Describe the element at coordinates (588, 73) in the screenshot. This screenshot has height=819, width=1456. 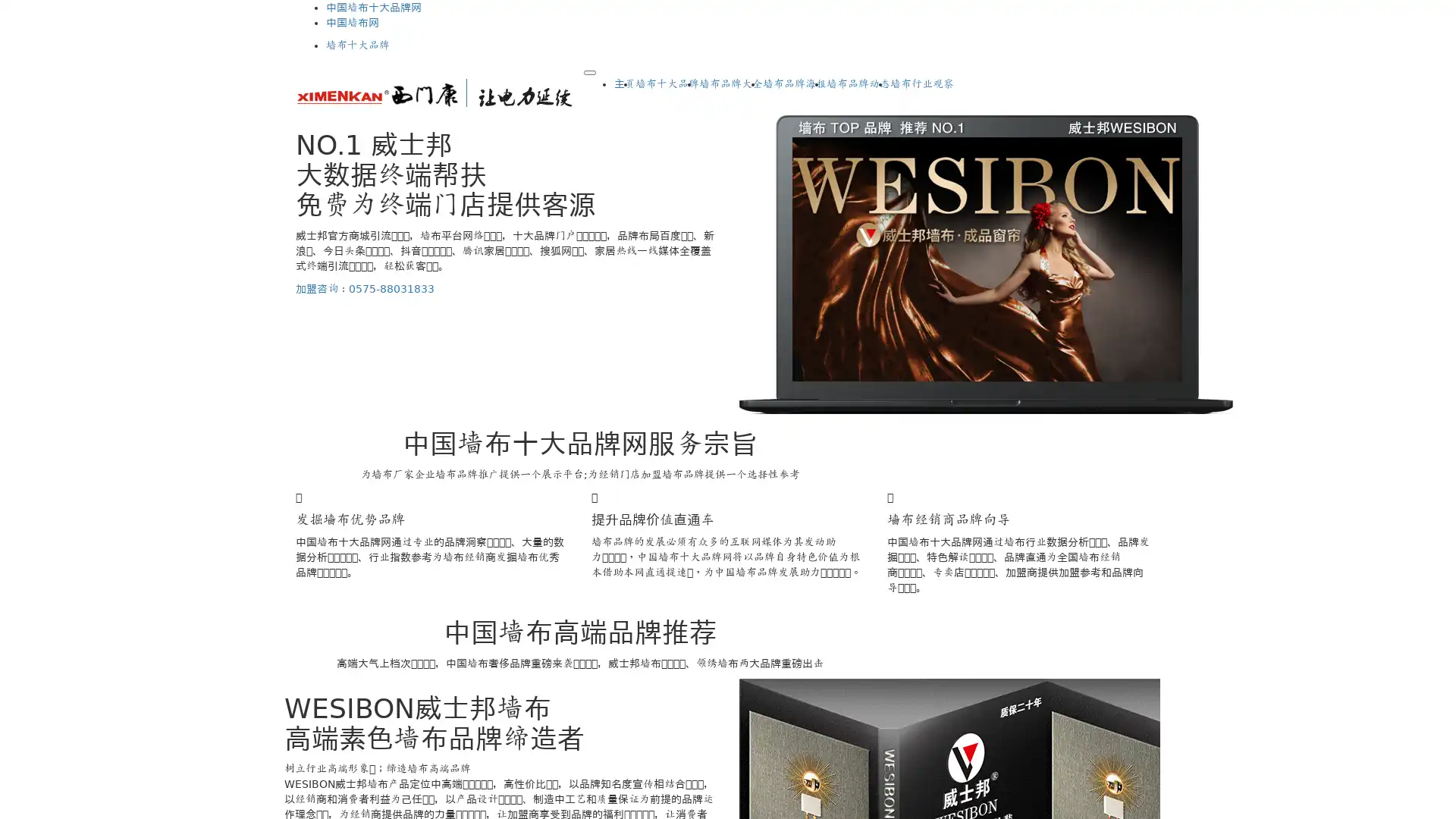
I see `Toggle navigation` at that location.